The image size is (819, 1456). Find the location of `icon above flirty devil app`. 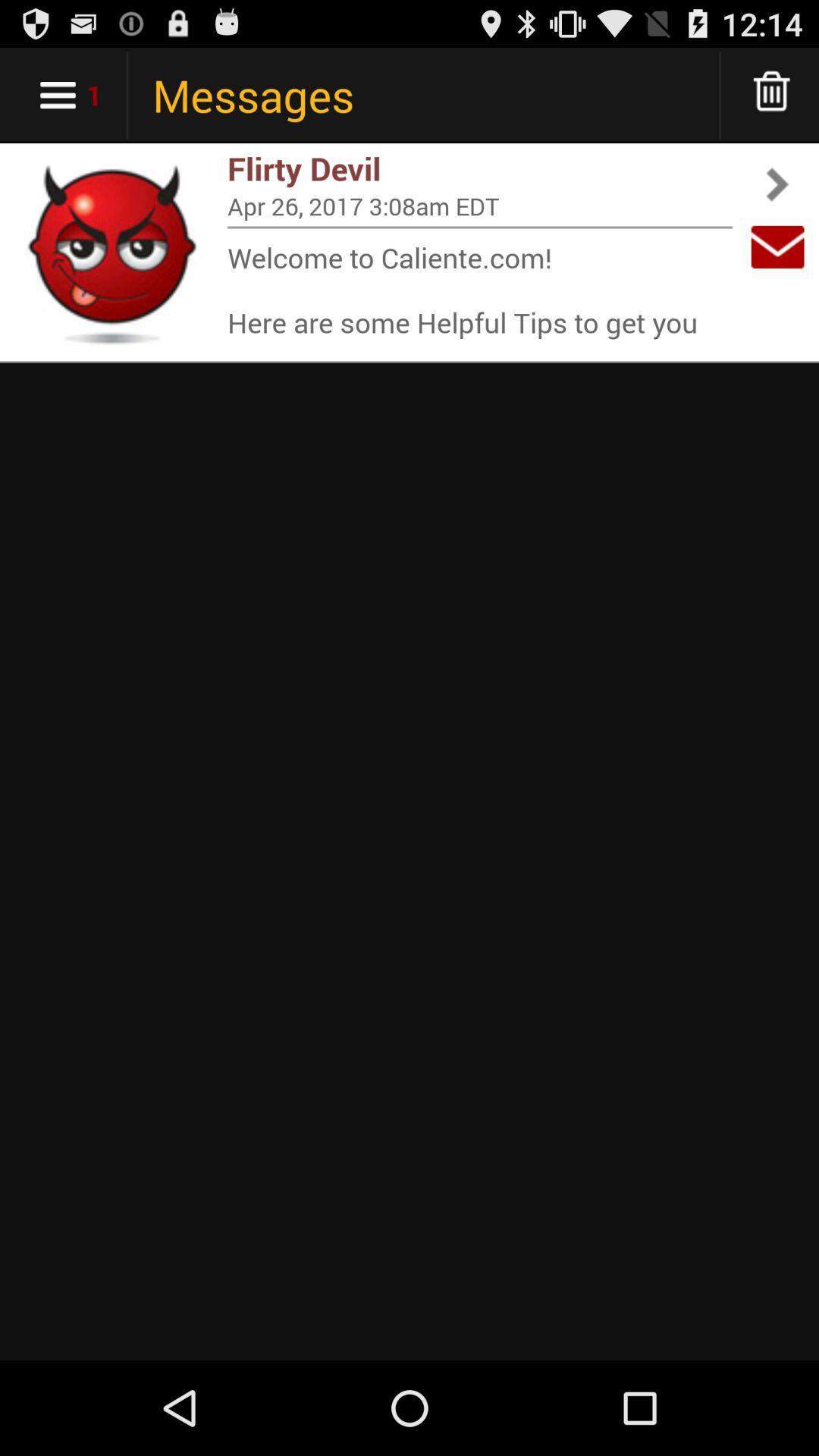

icon above flirty devil app is located at coordinates (772, 94).